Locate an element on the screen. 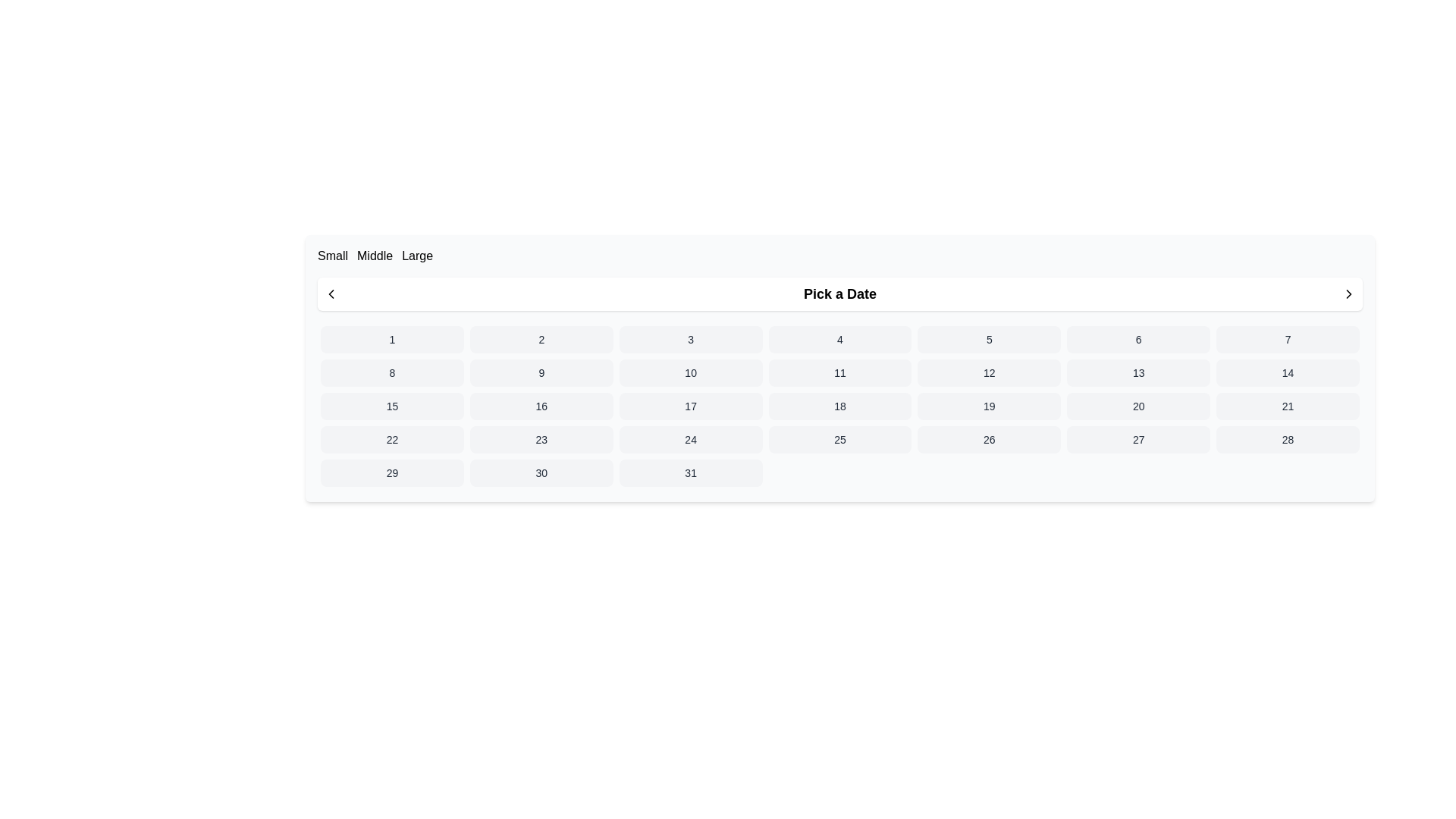 The height and width of the screenshot is (819, 1456). the button displaying '18' with a light gray background and dark gray text is located at coordinates (839, 406).